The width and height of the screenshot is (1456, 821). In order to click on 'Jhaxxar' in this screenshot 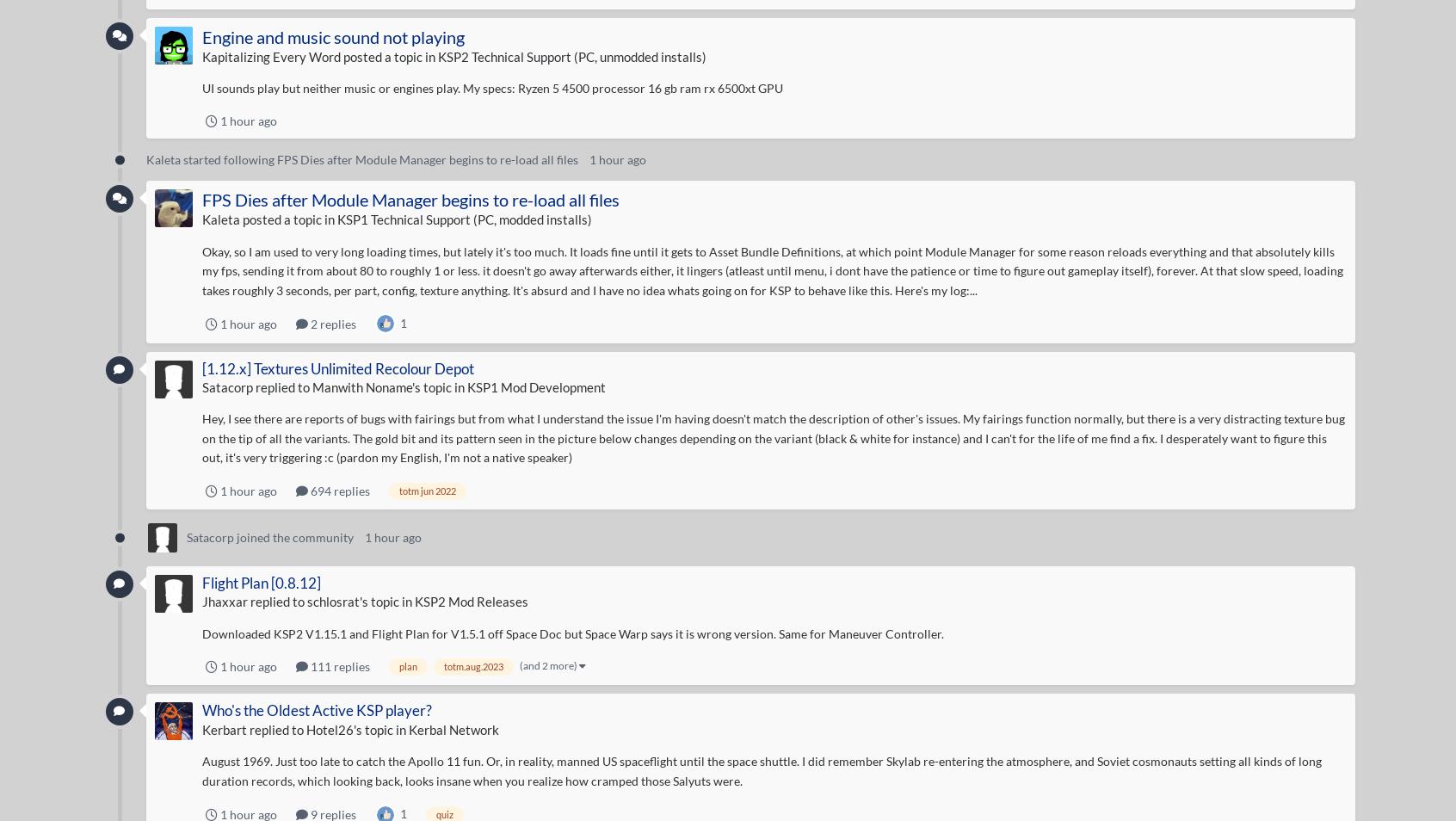, I will do `click(201, 600)`.